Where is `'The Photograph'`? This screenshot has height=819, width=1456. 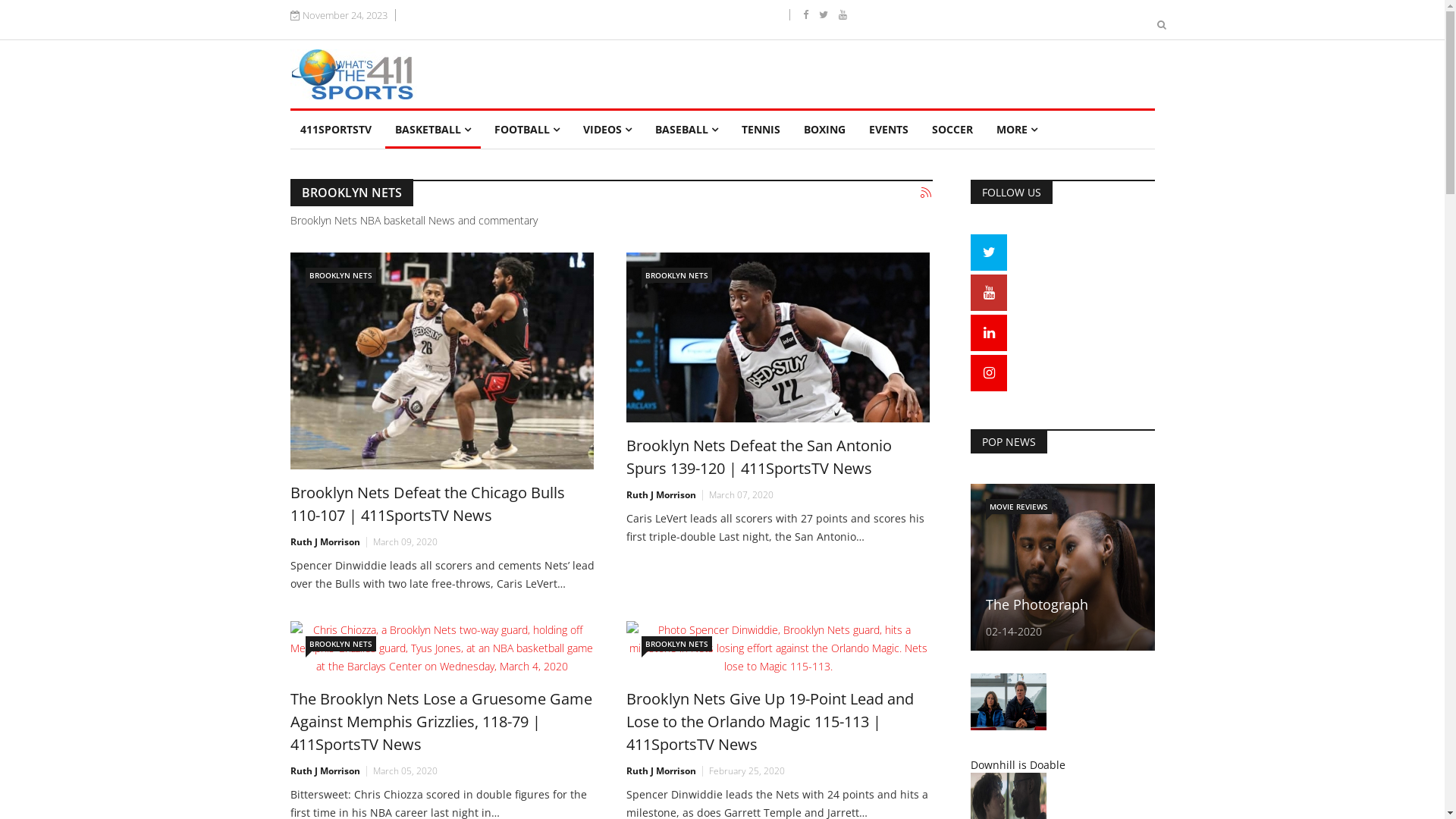 'The Photograph' is located at coordinates (1036, 604).